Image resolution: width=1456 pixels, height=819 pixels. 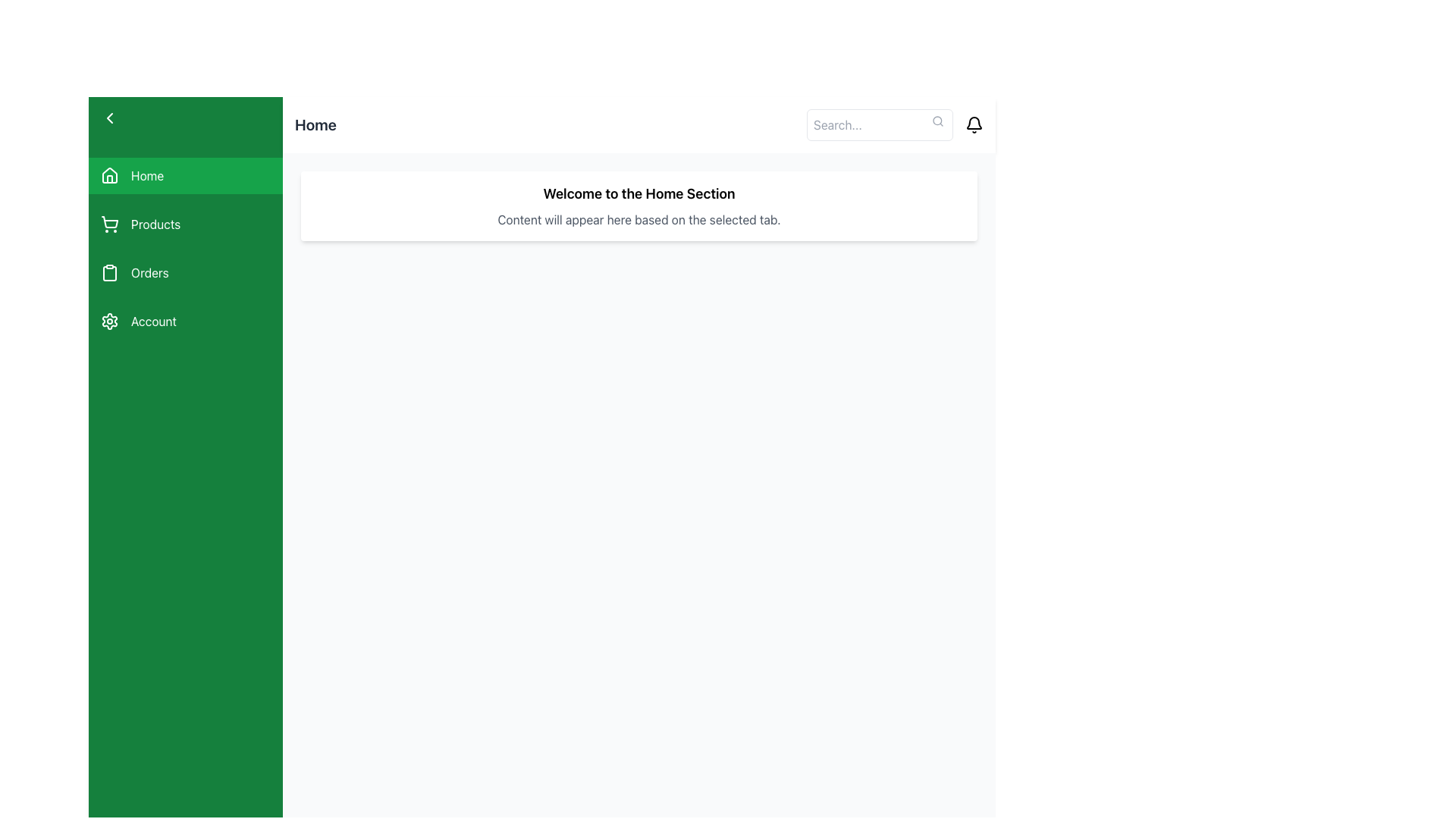 What do you see at coordinates (184, 321) in the screenshot?
I see `the navigational button for account settings located as the fourth element in the vertical navigation menu` at bounding box center [184, 321].